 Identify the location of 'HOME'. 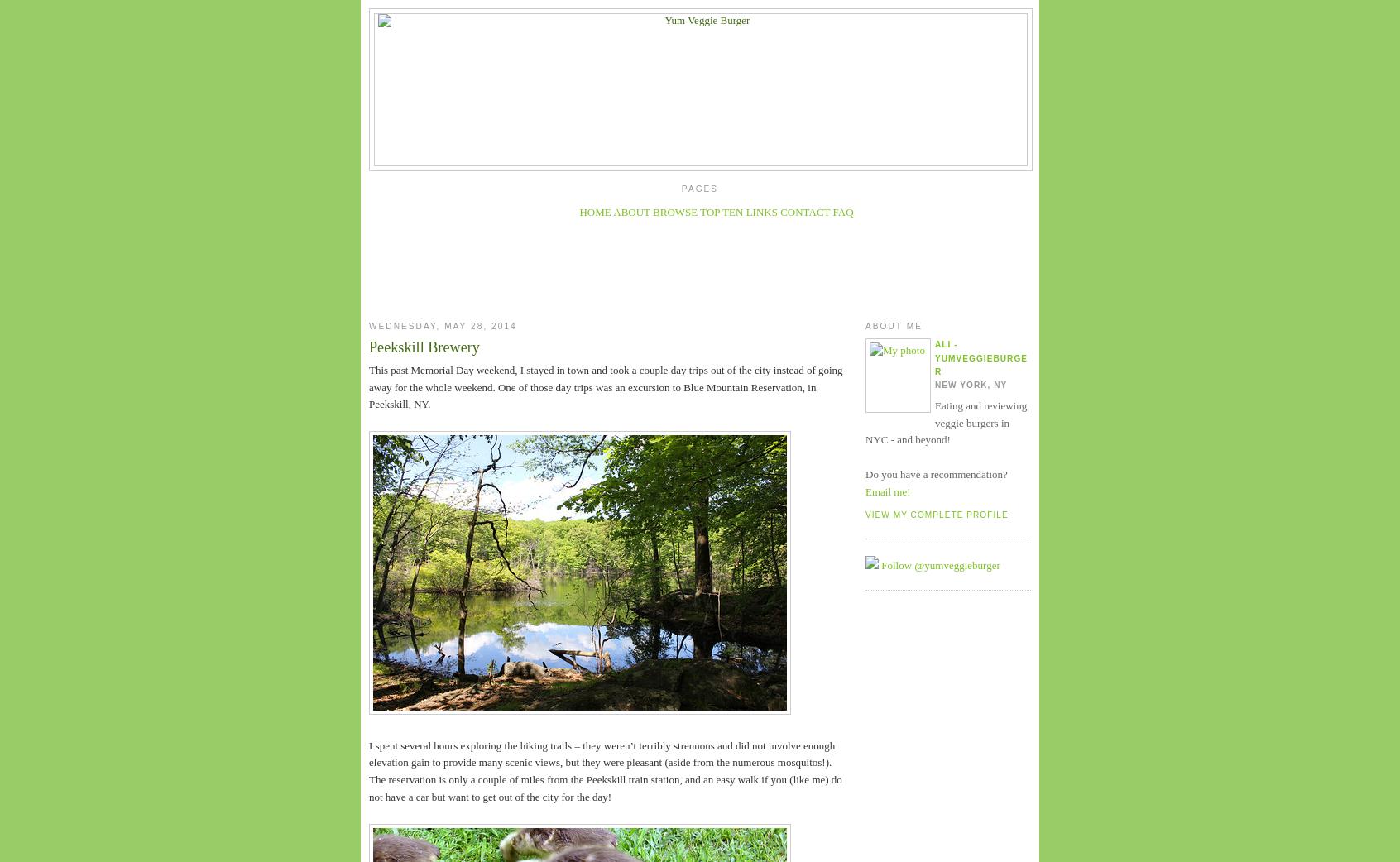
(578, 211).